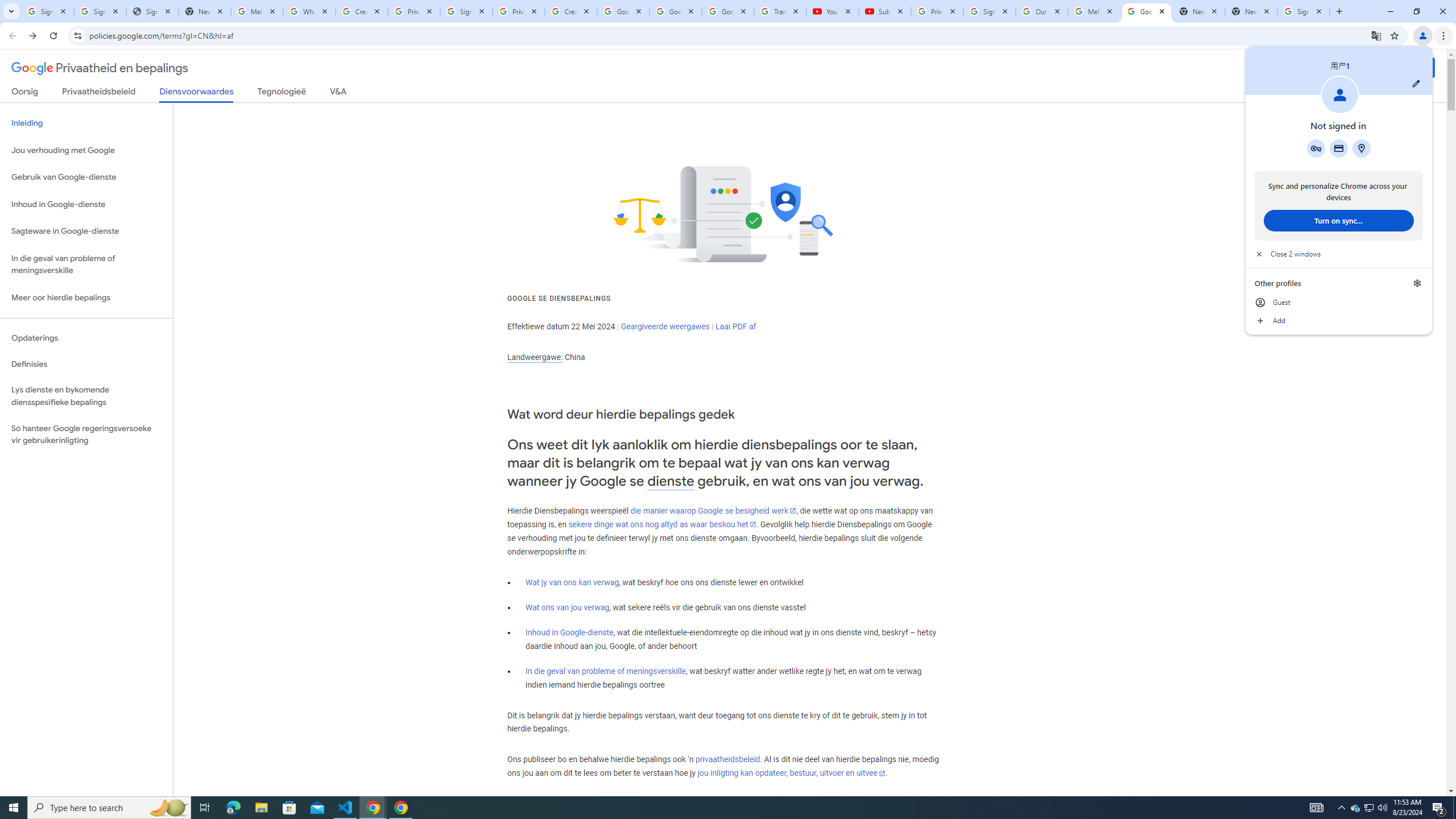 Image resolution: width=1456 pixels, height=819 pixels. I want to click on 'Start', so click(14, 806).